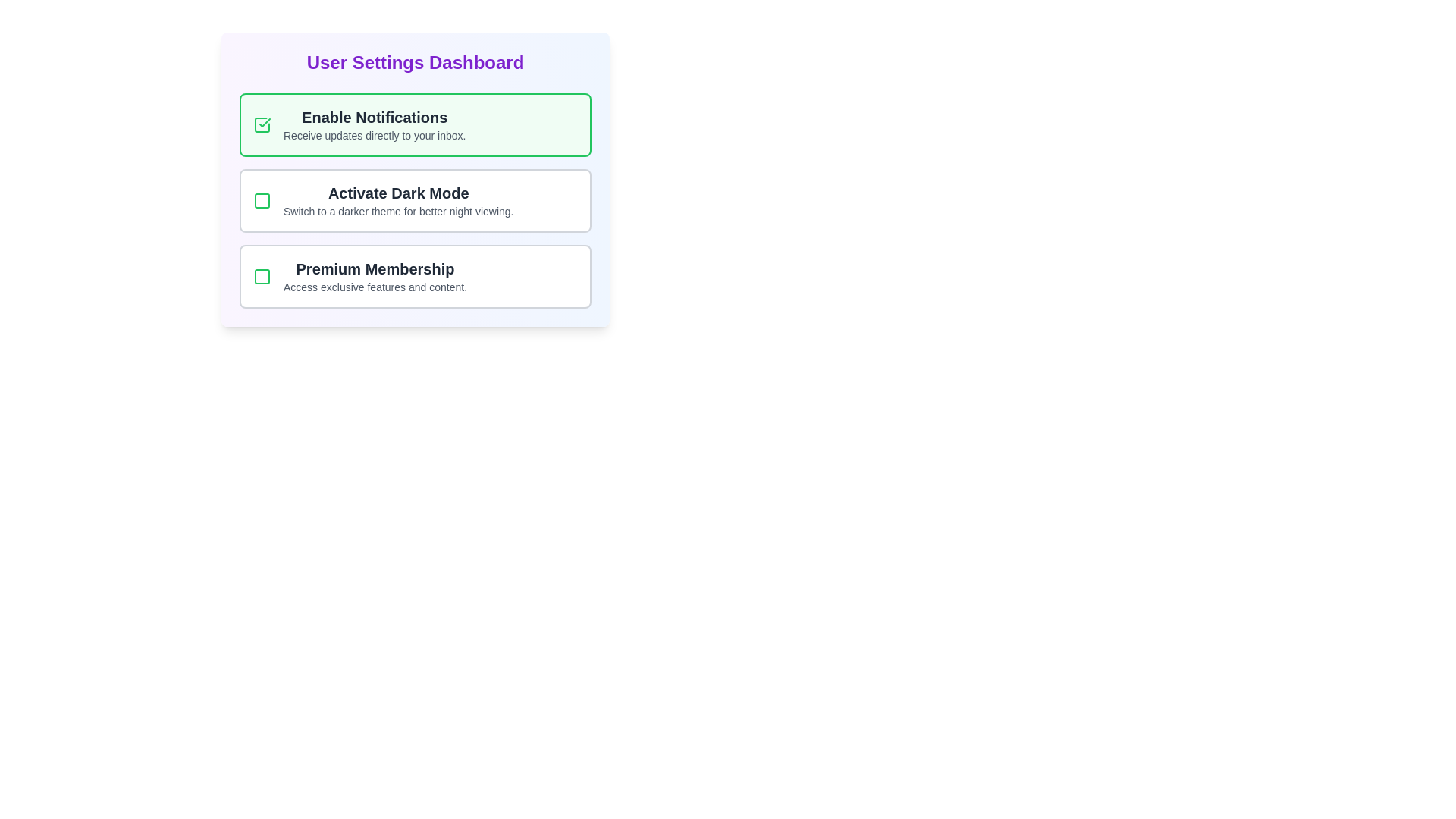 This screenshot has height=819, width=1456. I want to click on the checkbox for 'Activate Dark Mode', which is a toggle indicator located to the left of the text, so click(262, 200).